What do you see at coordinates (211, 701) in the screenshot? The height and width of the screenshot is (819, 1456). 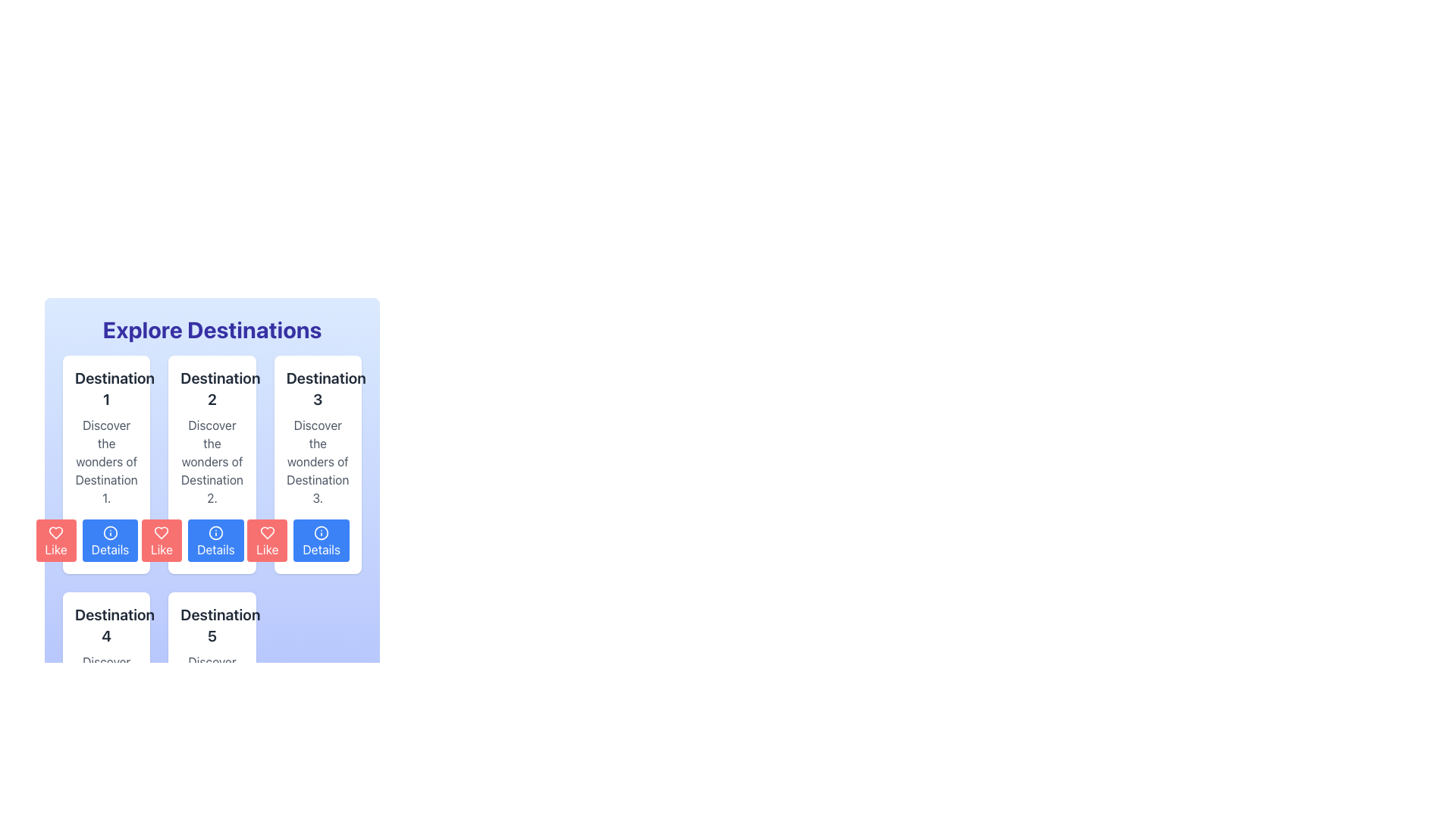 I see `the informational card titled 'Destination 5' which is located in the last column of the second row within the grid layout` at bounding box center [211, 701].